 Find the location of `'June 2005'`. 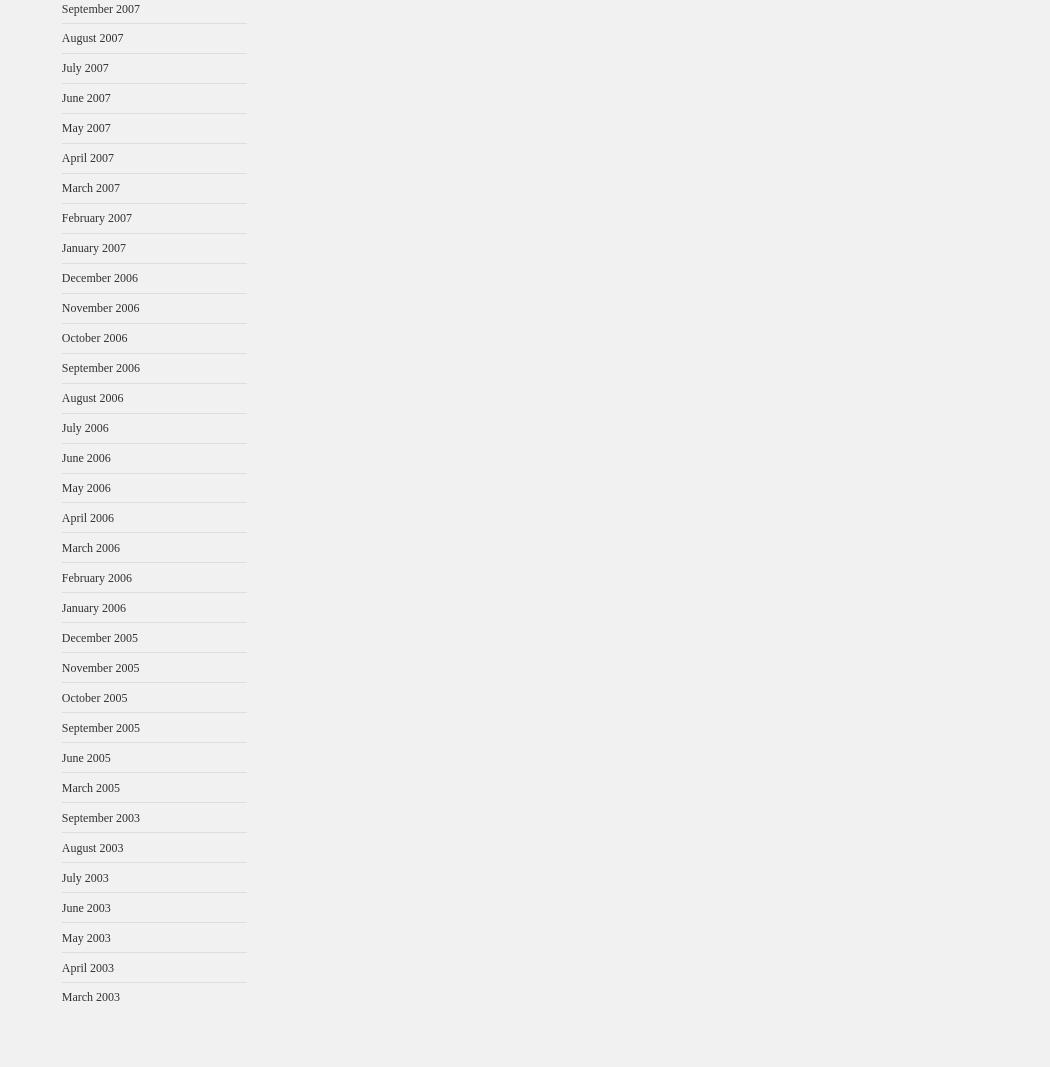

'June 2005' is located at coordinates (85, 756).